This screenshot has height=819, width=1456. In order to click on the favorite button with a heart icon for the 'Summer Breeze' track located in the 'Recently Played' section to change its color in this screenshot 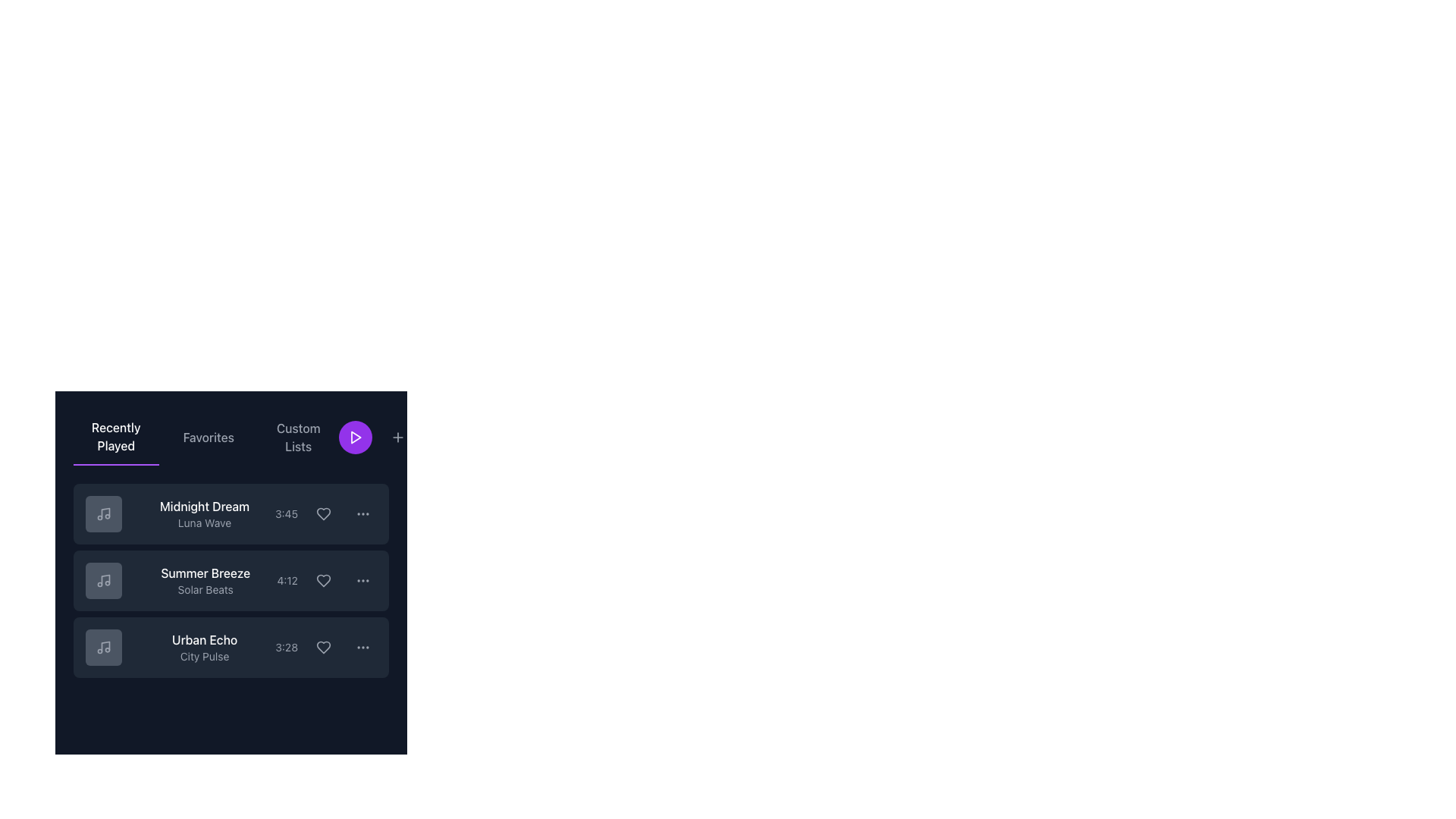, I will do `click(323, 580)`.